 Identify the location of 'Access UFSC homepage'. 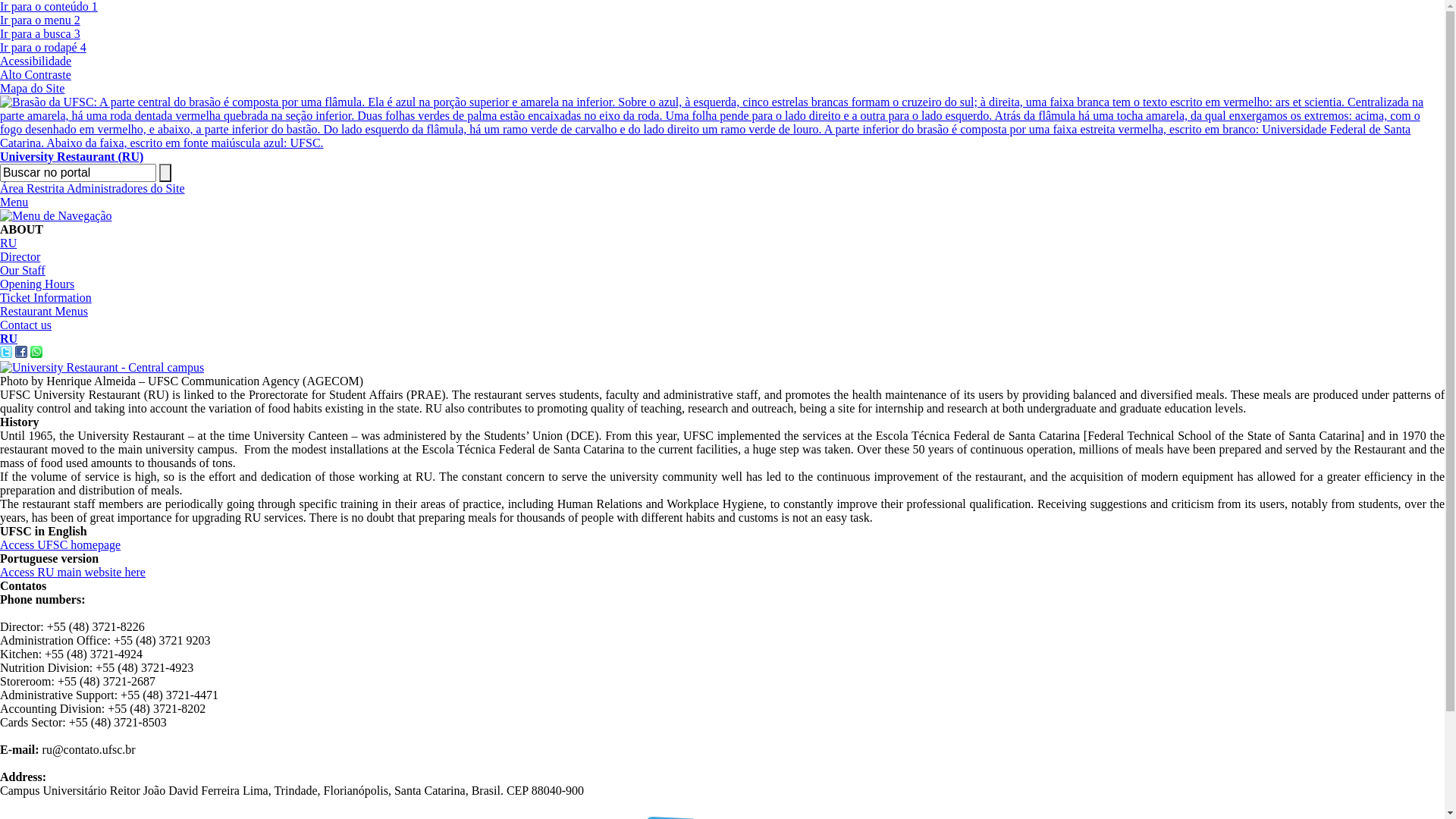
(0, 544).